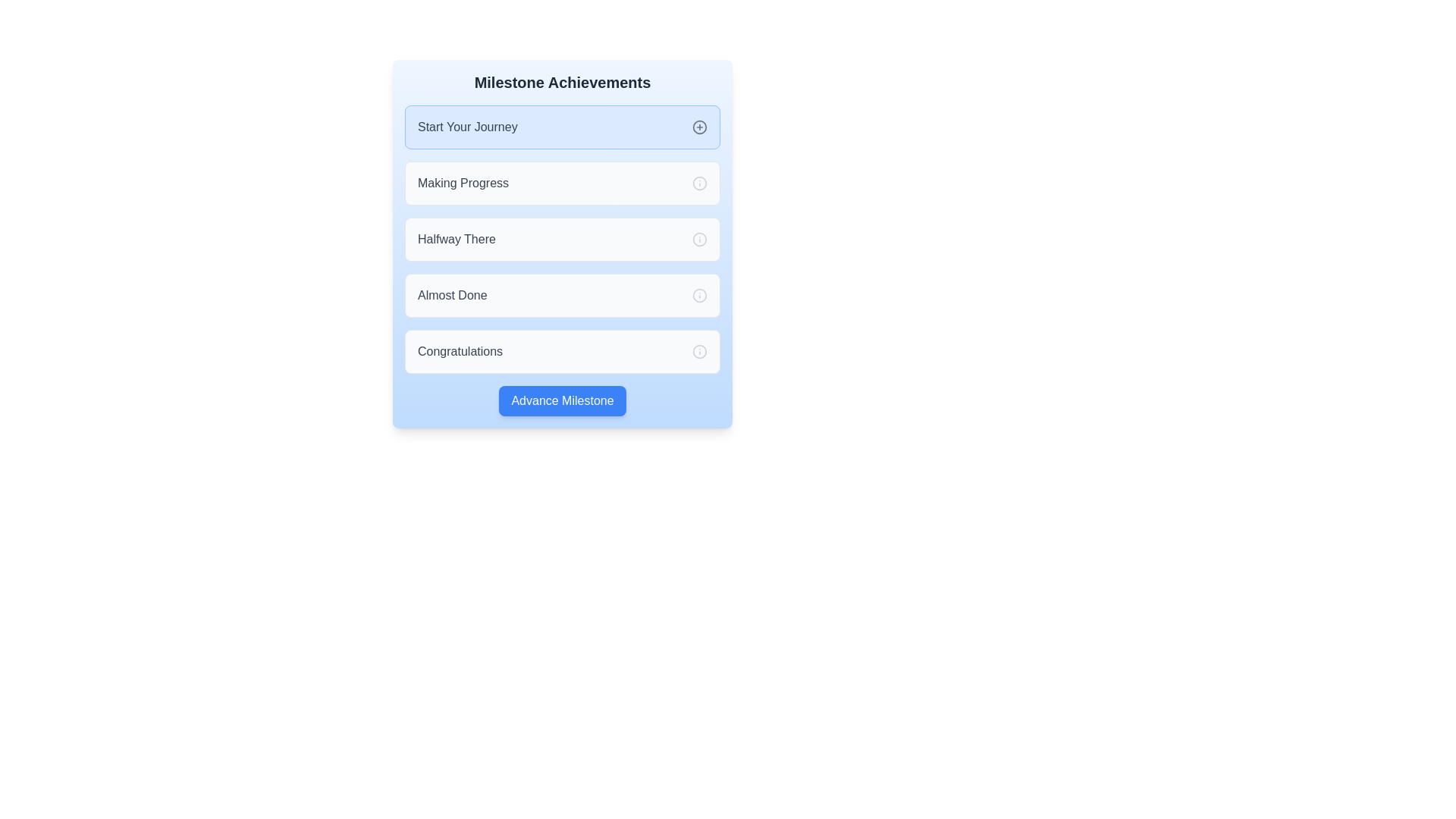 This screenshot has width=1456, height=819. I want to click on the milestone card titled 'Halfway There', which is the third item in a vertically stacked list of progress markers, so click(562, 239).